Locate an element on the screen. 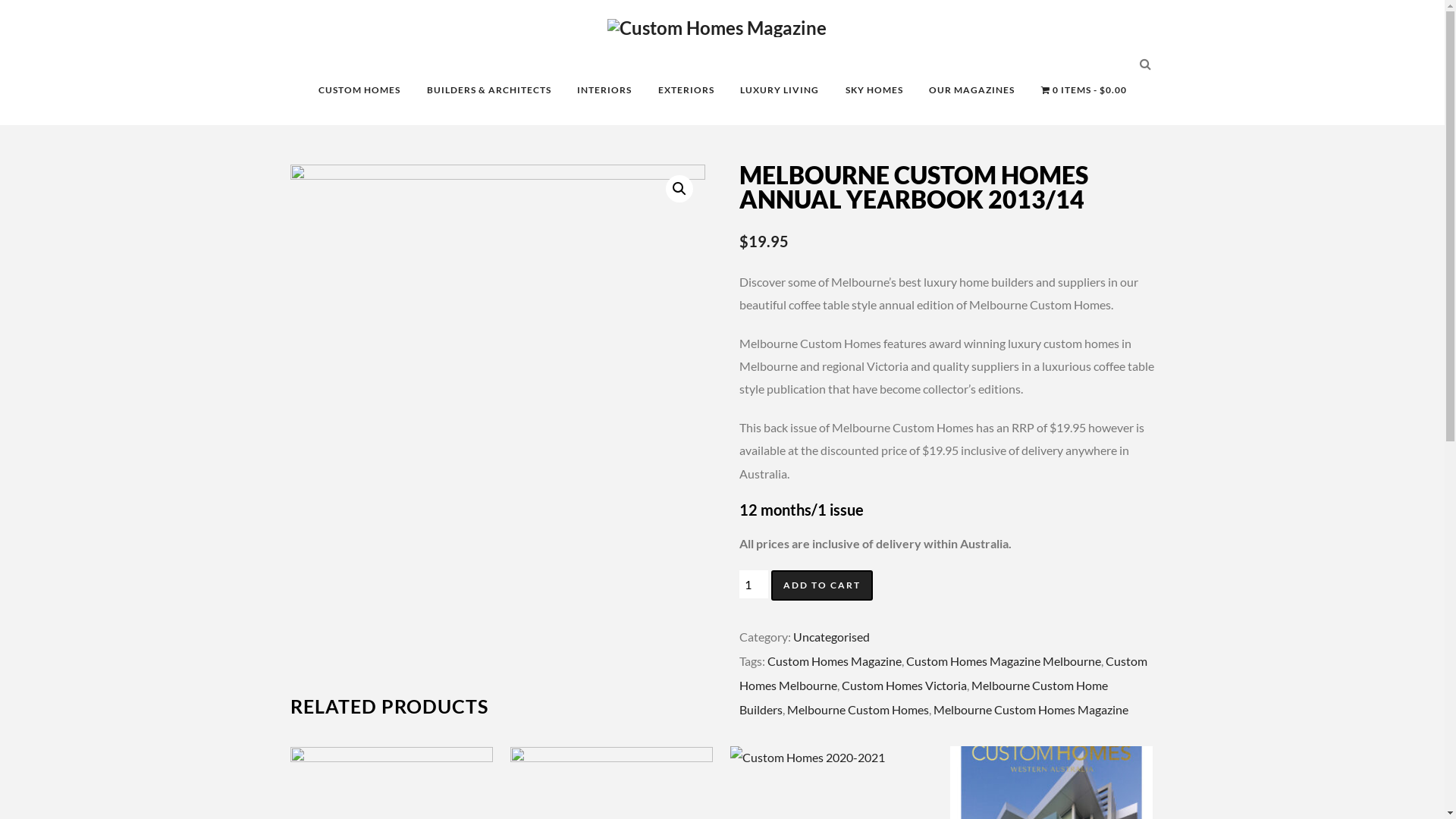 The width and height of the screenshot is (1456, 819). 'Custom Homes Victoria' is located at coordinates (904, 685).